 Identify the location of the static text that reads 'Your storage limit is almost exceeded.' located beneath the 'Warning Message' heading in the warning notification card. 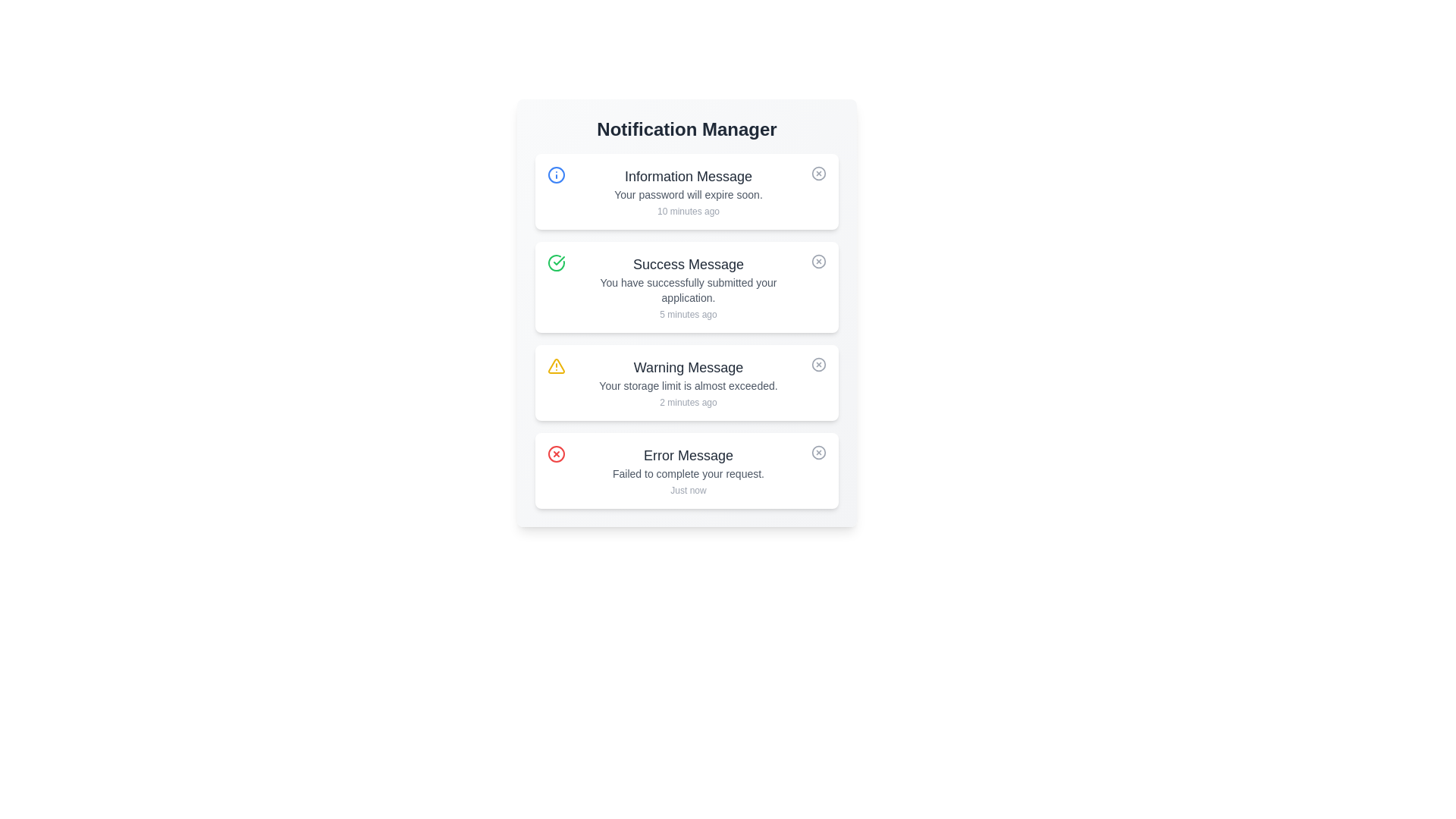
(687, 385).